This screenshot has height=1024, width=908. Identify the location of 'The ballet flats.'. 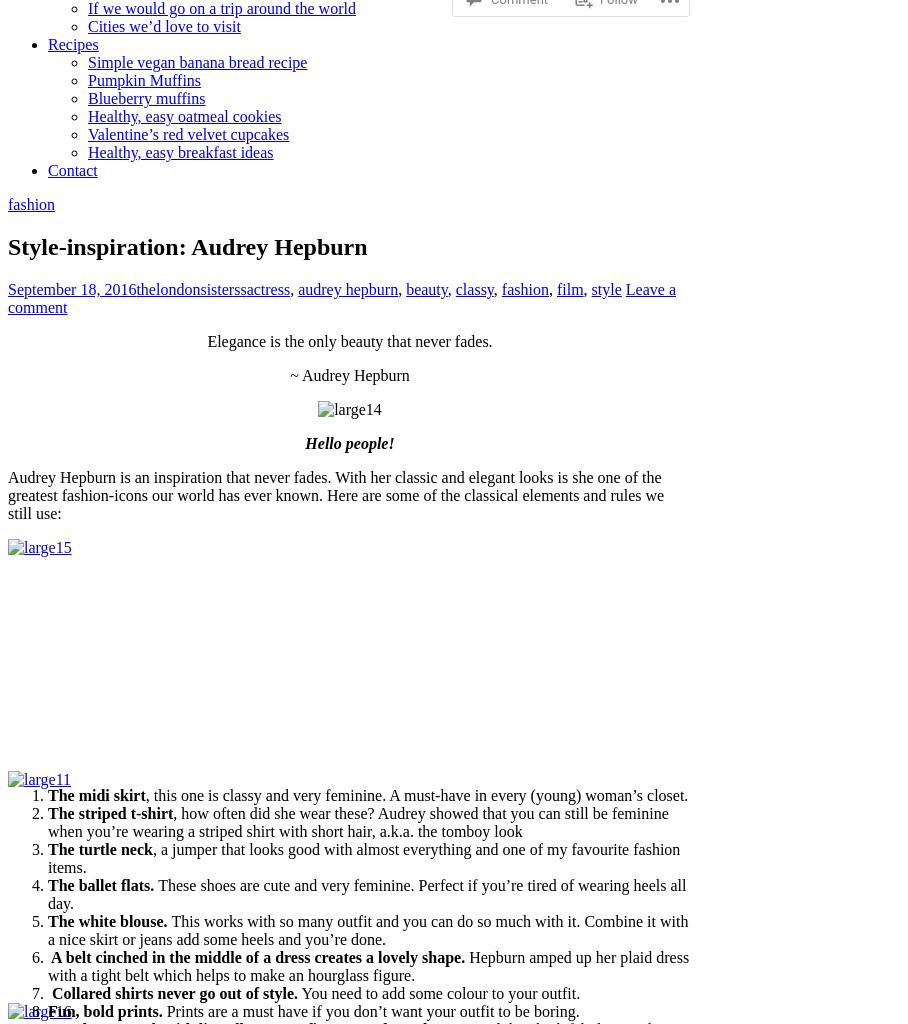
(48, 884).